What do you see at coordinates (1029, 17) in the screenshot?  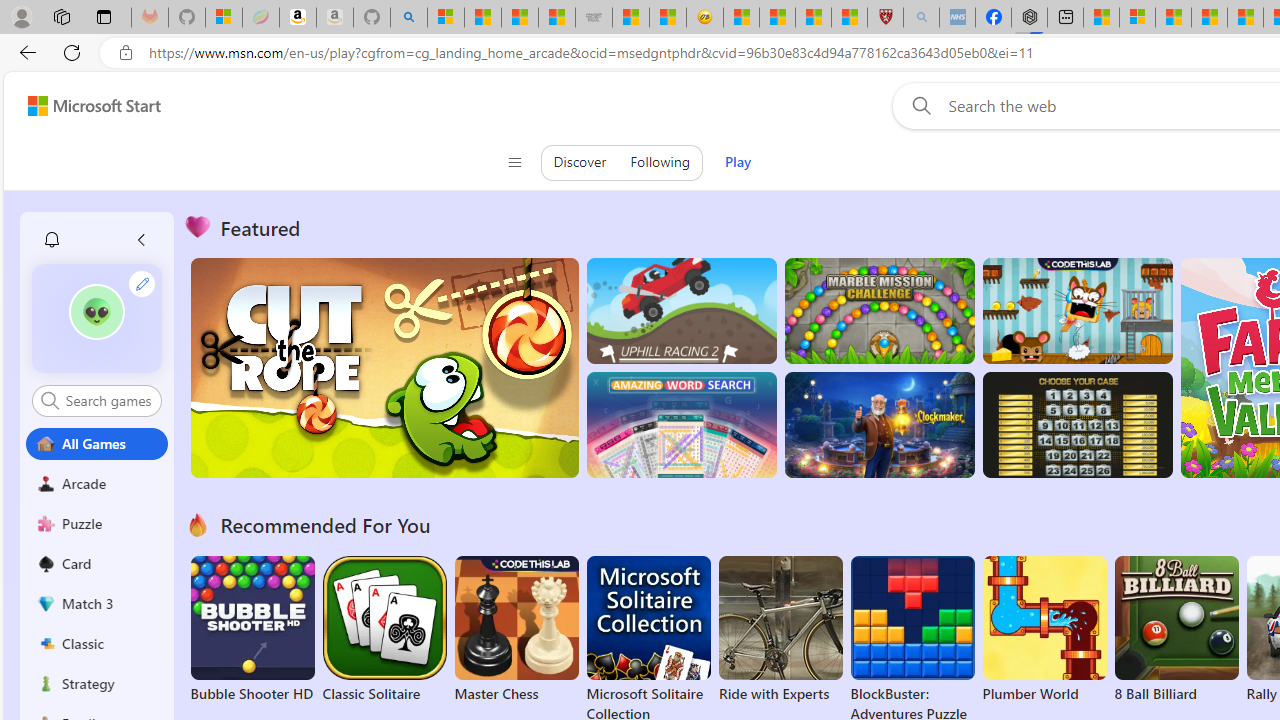 I see `'Nordace - Nordace Siena Is Not An Ordinary Backpack'` at bounding box center [1029, 17].